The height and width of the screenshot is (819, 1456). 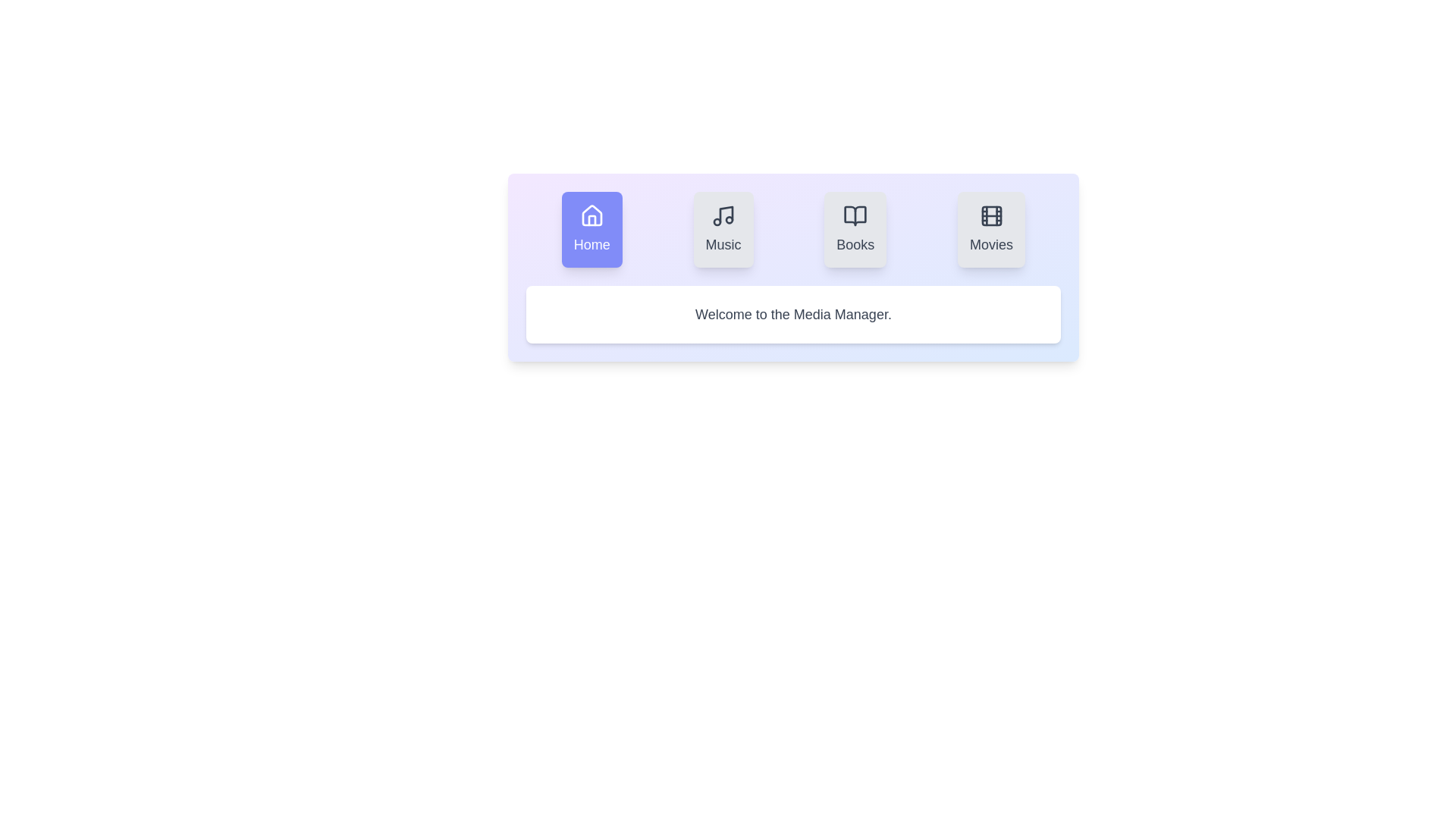 I want to click on the Music tab to view its content, so click(x=723, y=230).